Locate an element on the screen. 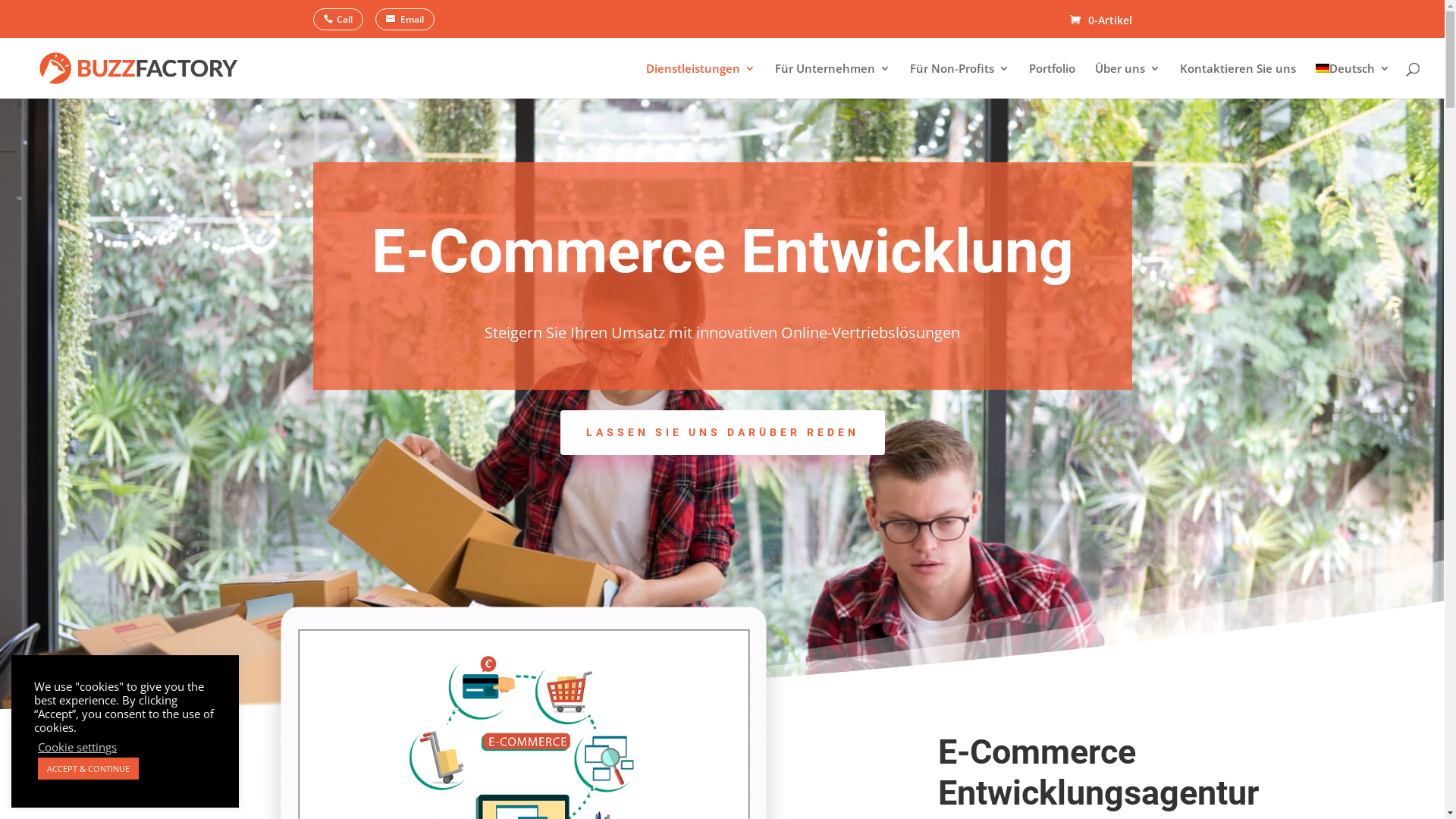 This screenshot has height=819, width=1456. 'ACCEPT & CONTINUE' is located at coordinates (87, 768).